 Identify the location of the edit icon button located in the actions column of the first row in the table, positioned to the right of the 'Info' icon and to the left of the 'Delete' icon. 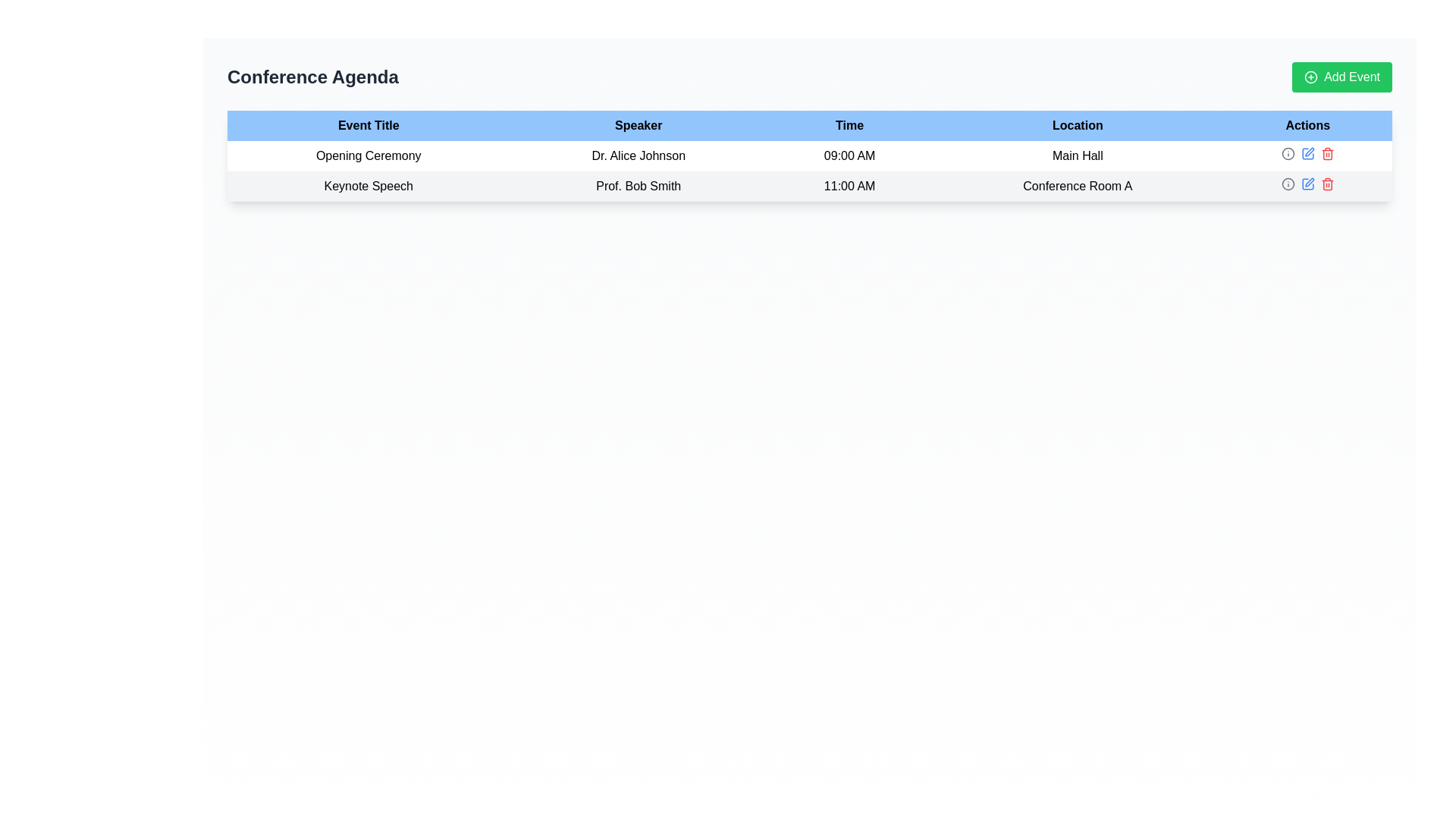
(1307, 154).